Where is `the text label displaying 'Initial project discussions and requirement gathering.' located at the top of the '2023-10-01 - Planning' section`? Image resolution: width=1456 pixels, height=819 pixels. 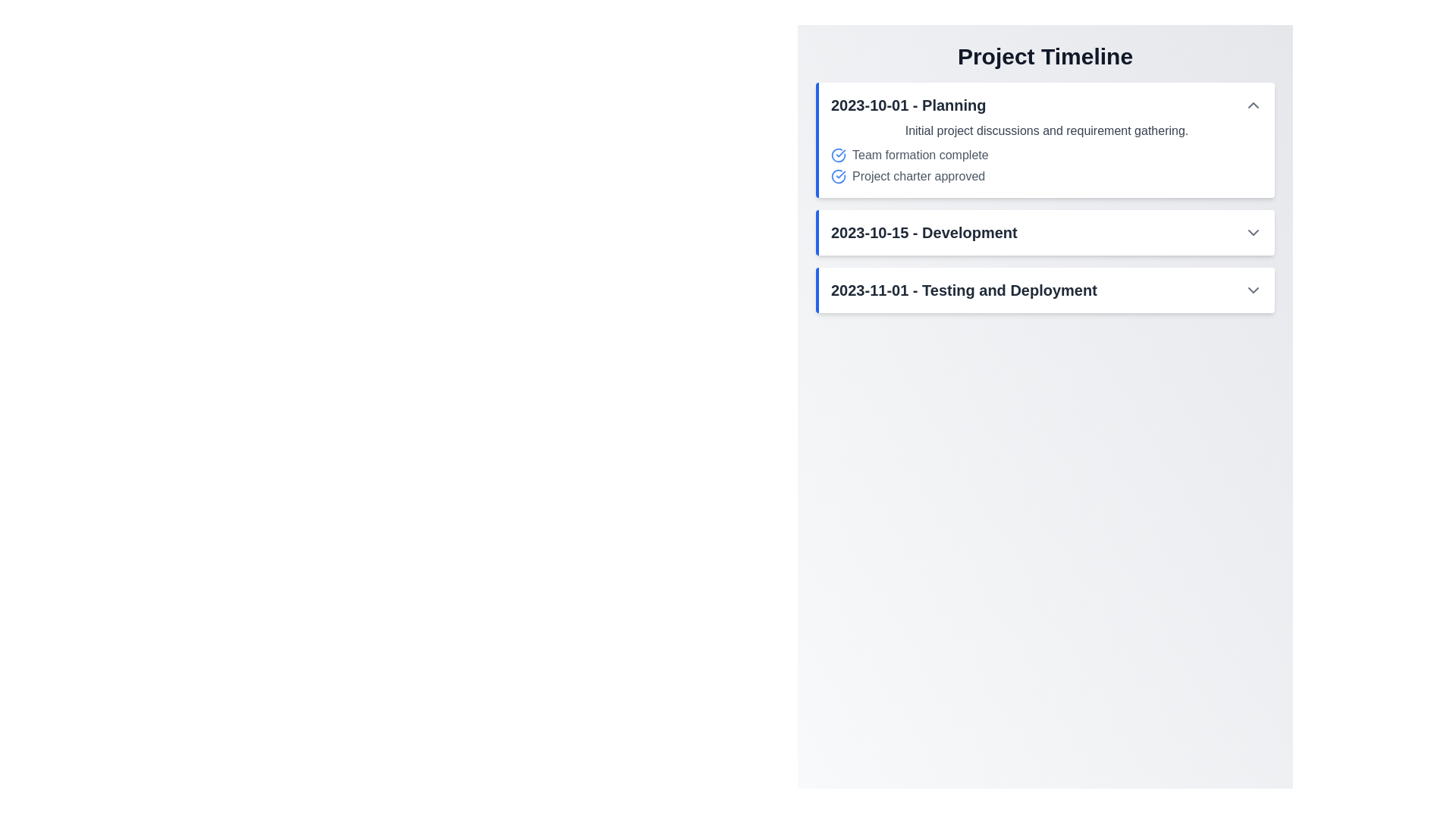 the text label displaying 'Initial project discussions and requirement gathering.' located at the top of the '2023-10-01 - Planning' section is located at coordinates (1046, 130).